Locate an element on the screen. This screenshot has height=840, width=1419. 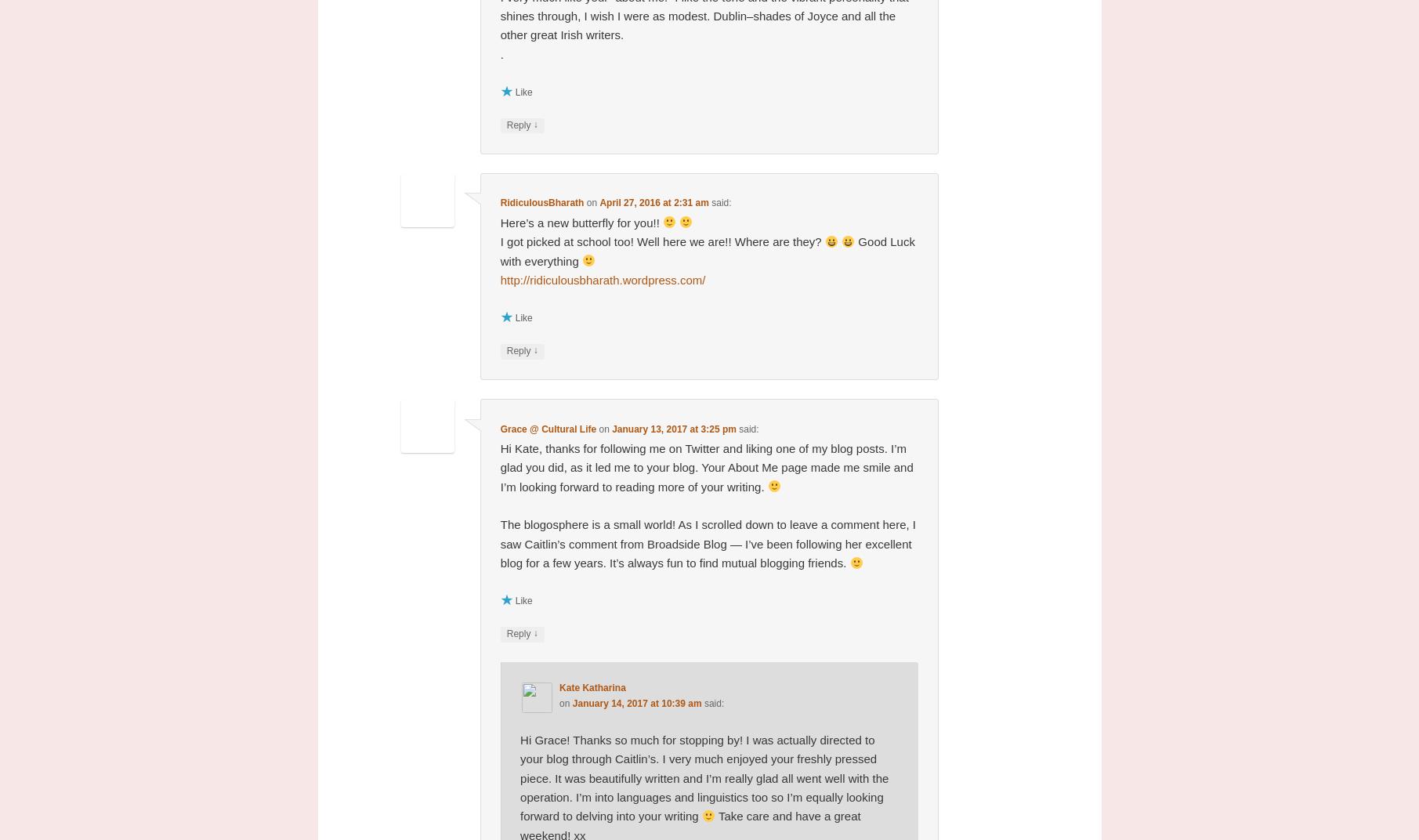
'RidiculousBharath' is located at coordinates (541, 202).